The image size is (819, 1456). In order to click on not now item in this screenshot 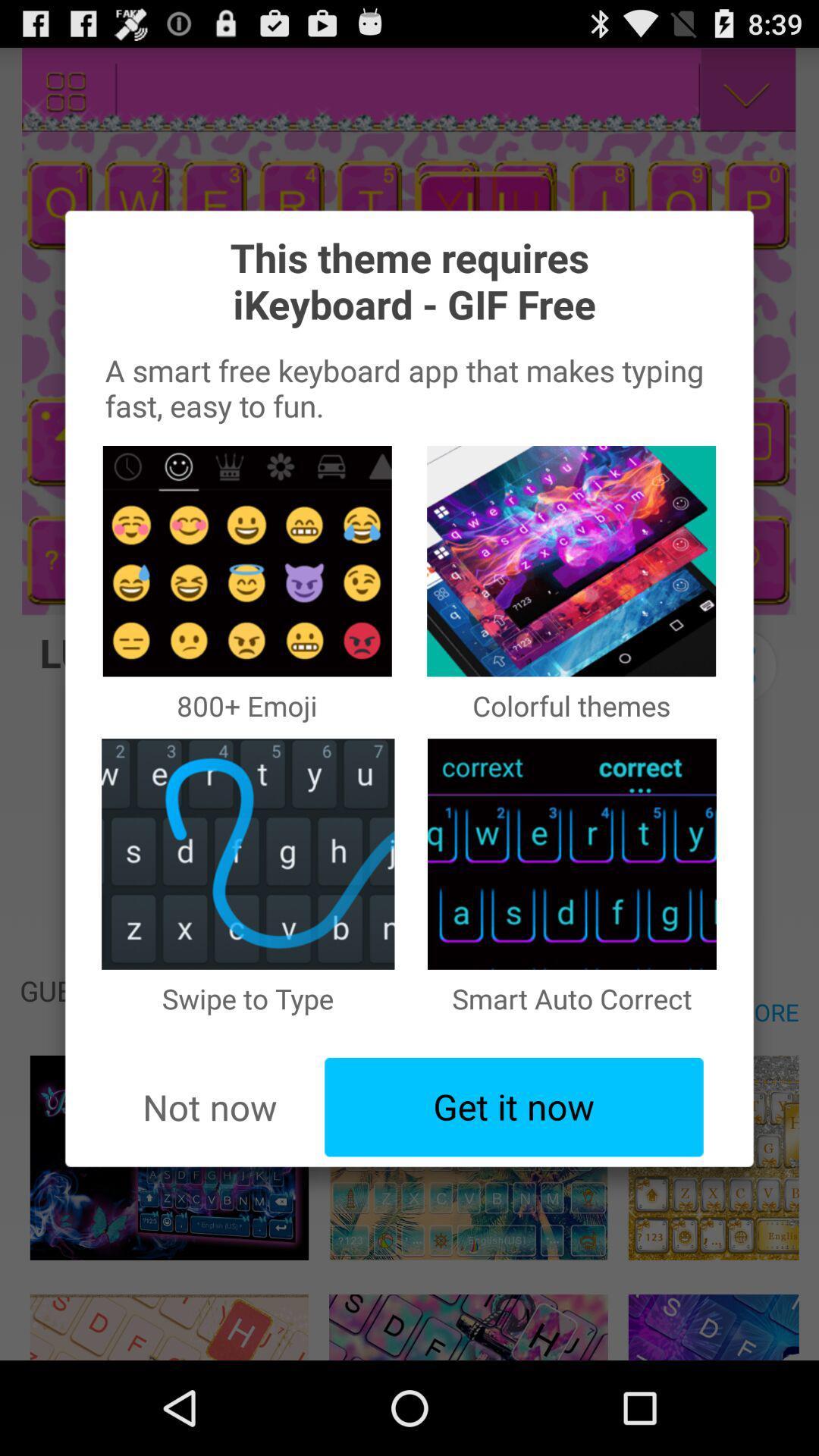, I will do `click(209, 1107)`.